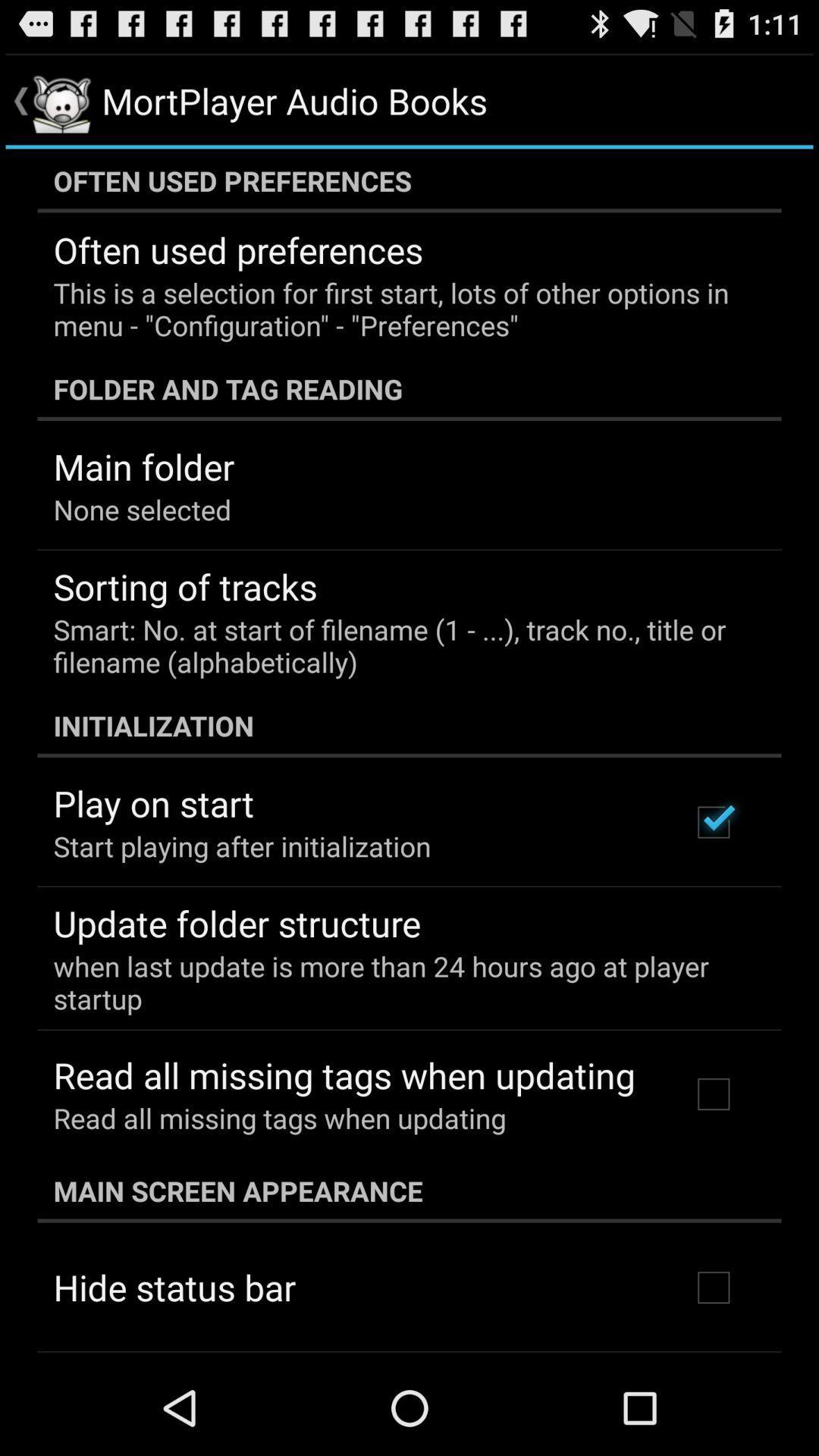 The height and width of the screenshot is (1456, 819). I want to click on the app below the folder and tag app, so click(143, 466).